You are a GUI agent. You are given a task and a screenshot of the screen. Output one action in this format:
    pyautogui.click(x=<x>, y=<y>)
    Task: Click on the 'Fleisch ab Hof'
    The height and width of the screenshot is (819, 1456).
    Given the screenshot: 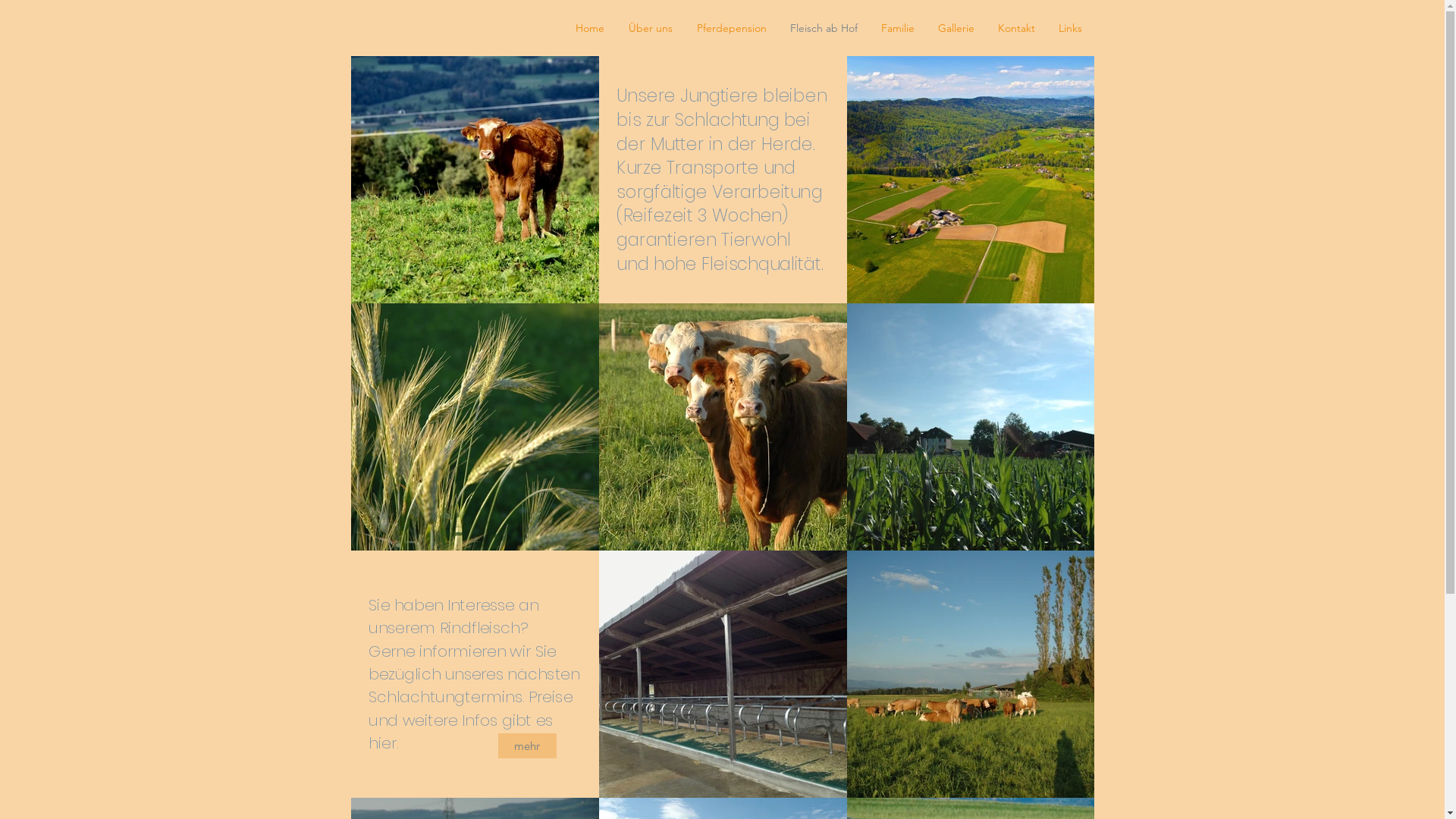 What is the action you would take?
    pyautogui.click(x=822, y=28)
    